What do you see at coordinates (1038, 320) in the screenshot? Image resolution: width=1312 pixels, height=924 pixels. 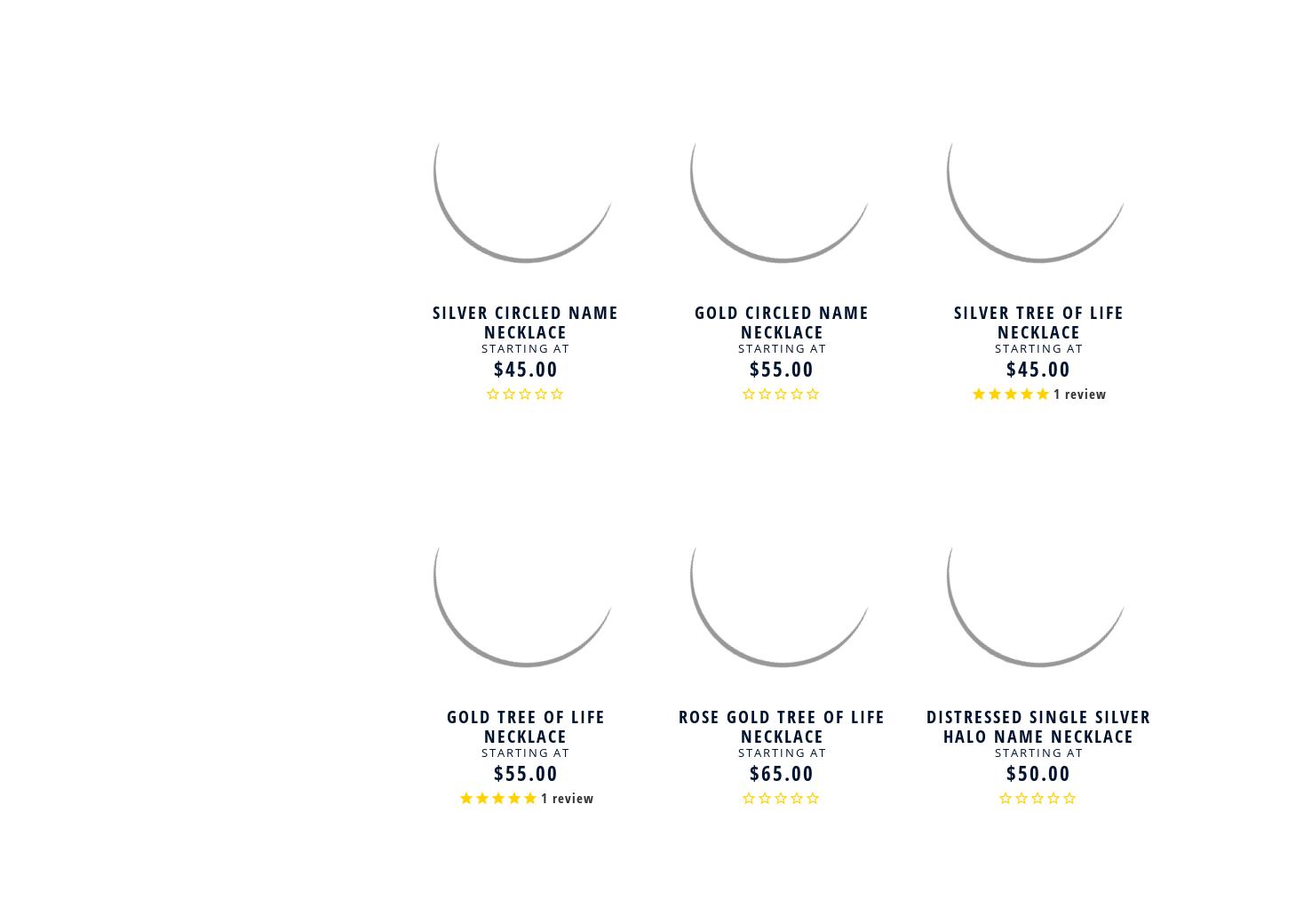 I see `'Silver Tree Of Life Necklace'` at bounding box center [1038, 320].